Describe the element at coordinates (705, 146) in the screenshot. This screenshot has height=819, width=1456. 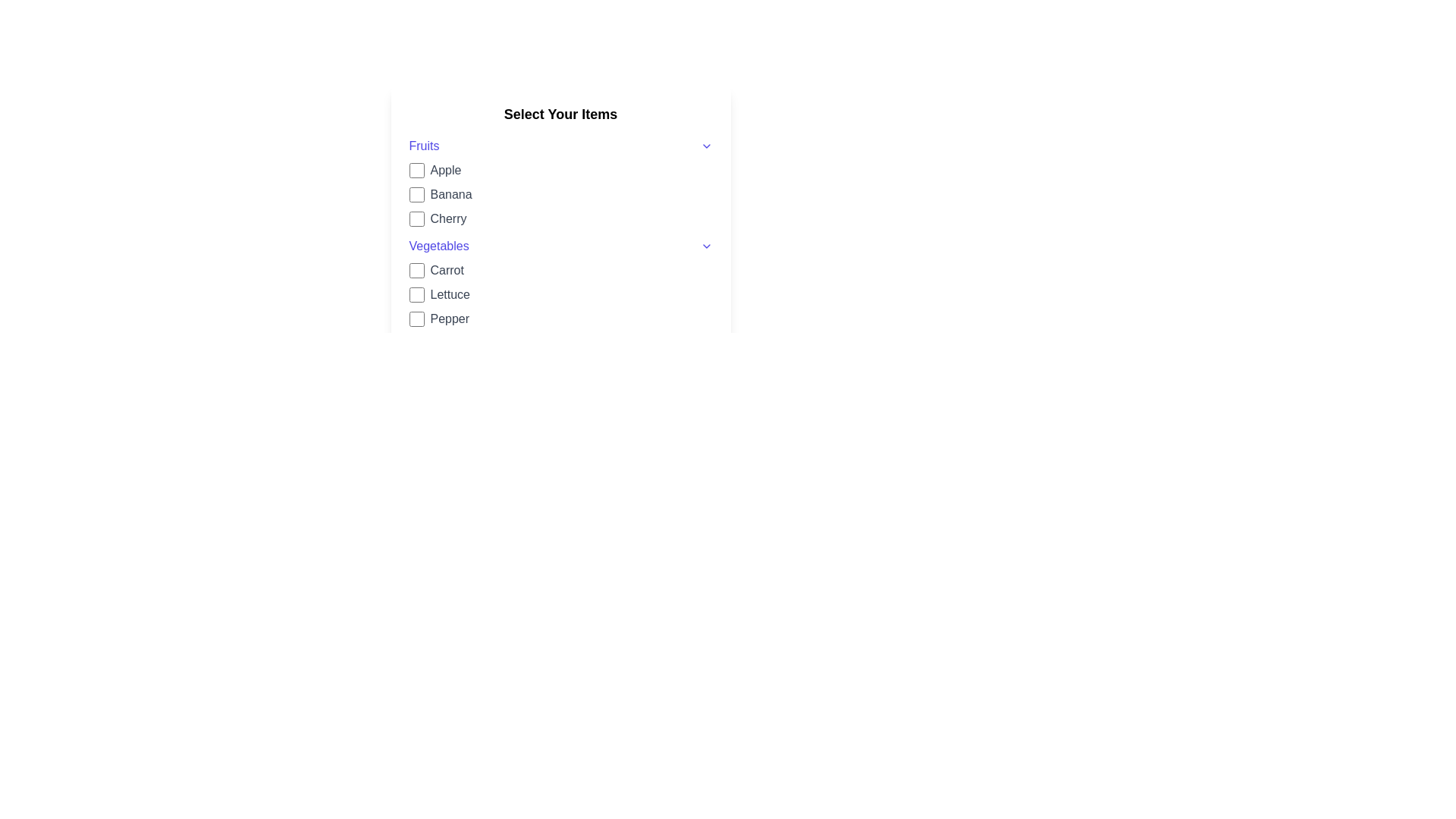
I see `the small downward arrow icon located at the far right of the 'Fruits' label` at that location.